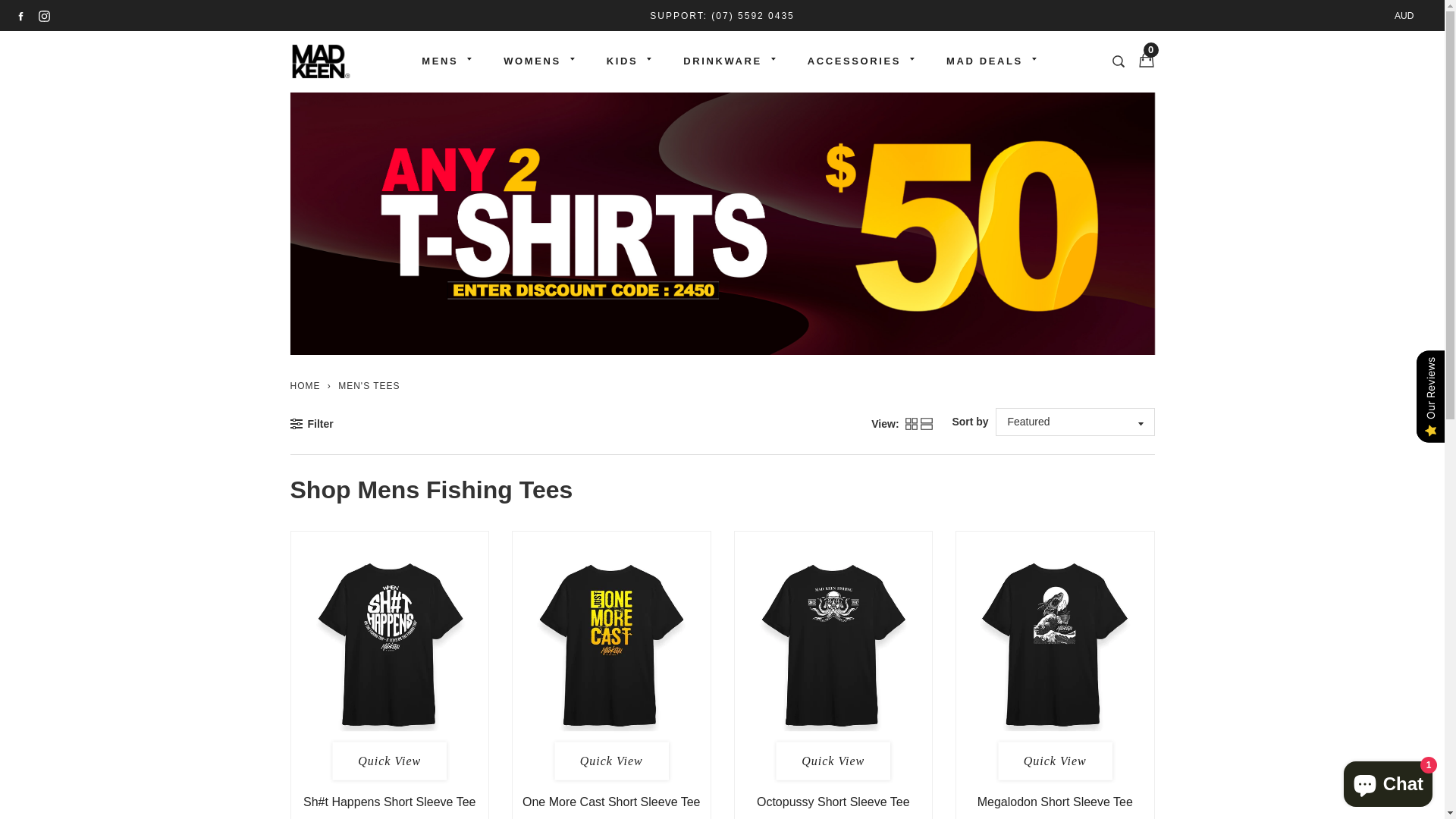 The width and height of the screenshot is (1456, 819). Describe the element at coordinates (622, 61) in the screenshot. I see `'KIDS'` at that location.